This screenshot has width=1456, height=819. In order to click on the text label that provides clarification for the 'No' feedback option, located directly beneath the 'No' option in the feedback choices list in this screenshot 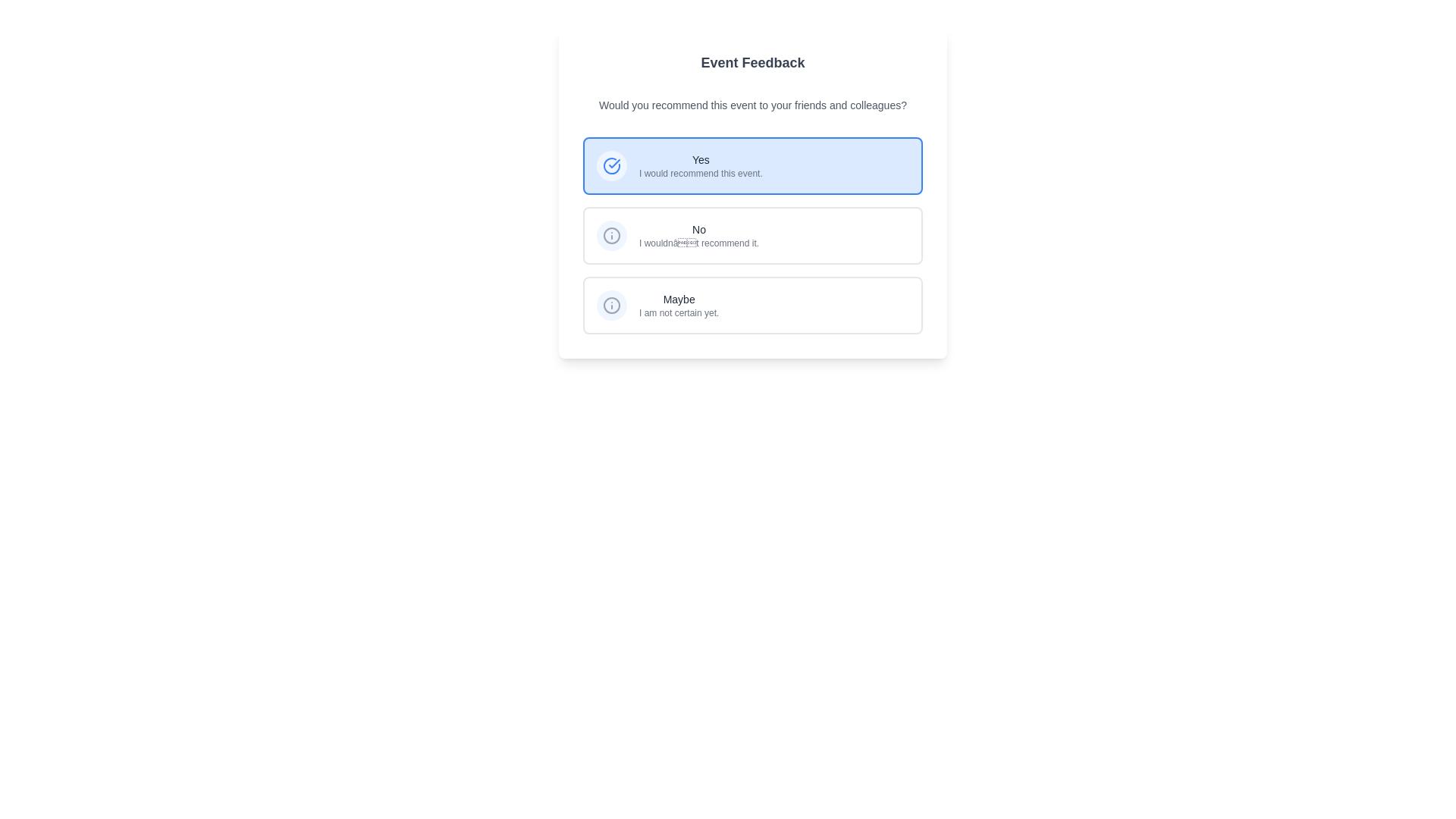, I will do `click(698, 242)`.